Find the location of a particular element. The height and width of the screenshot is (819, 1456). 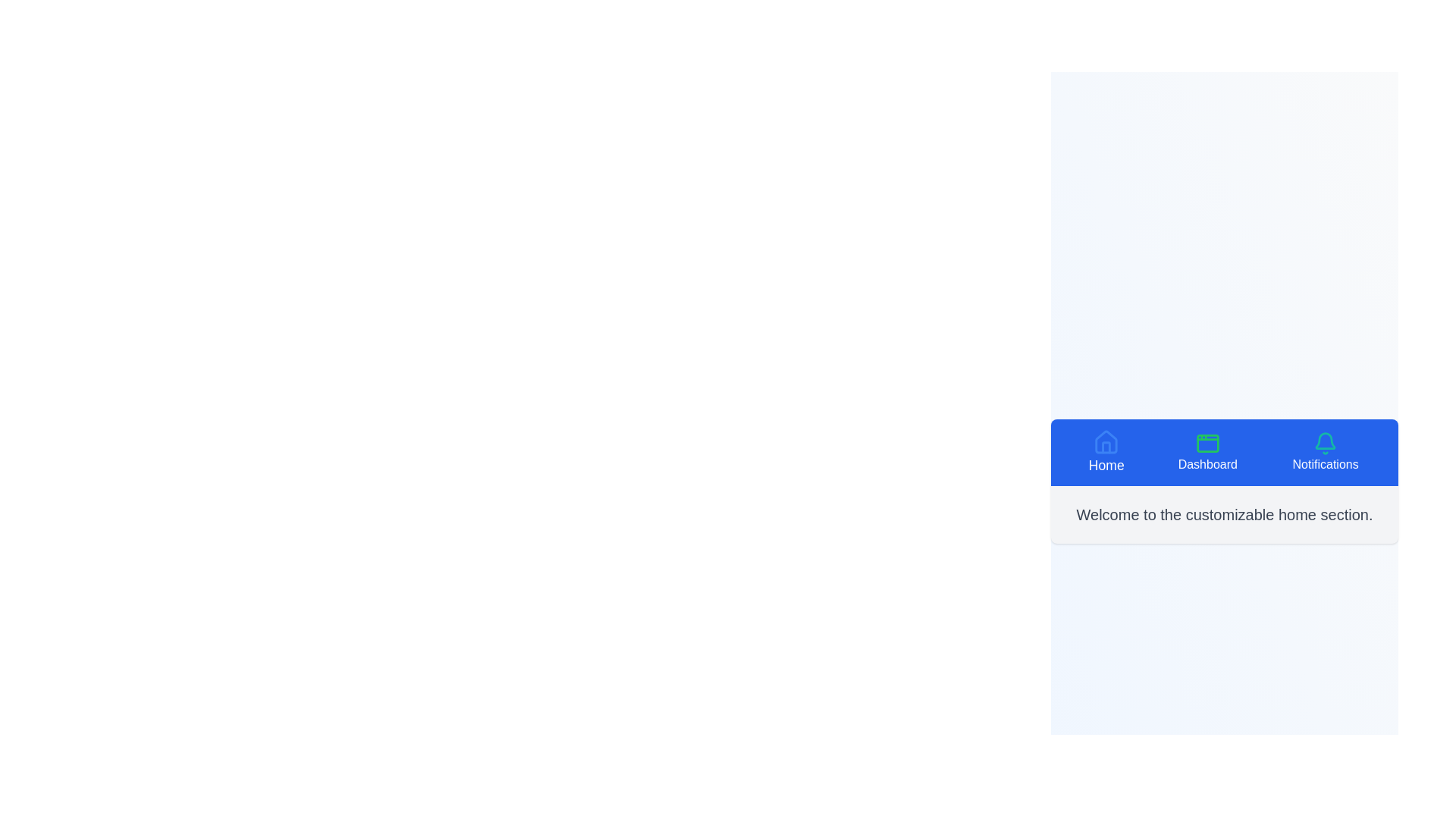

the Home tab in the IconicTabs component is located at coordinates (1106, 452).